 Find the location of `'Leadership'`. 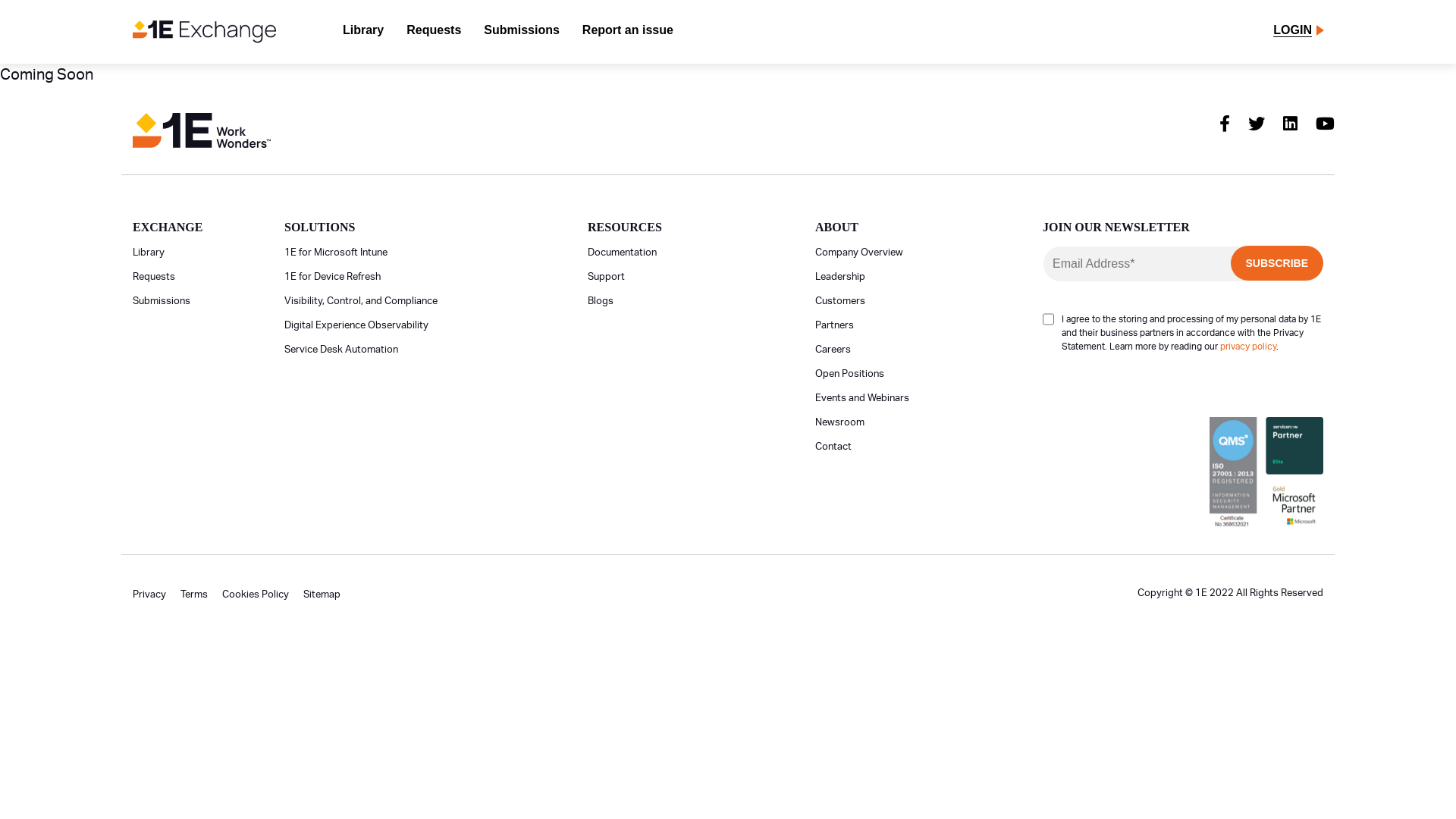

'Leadership' is located at coordinates (839, 277).